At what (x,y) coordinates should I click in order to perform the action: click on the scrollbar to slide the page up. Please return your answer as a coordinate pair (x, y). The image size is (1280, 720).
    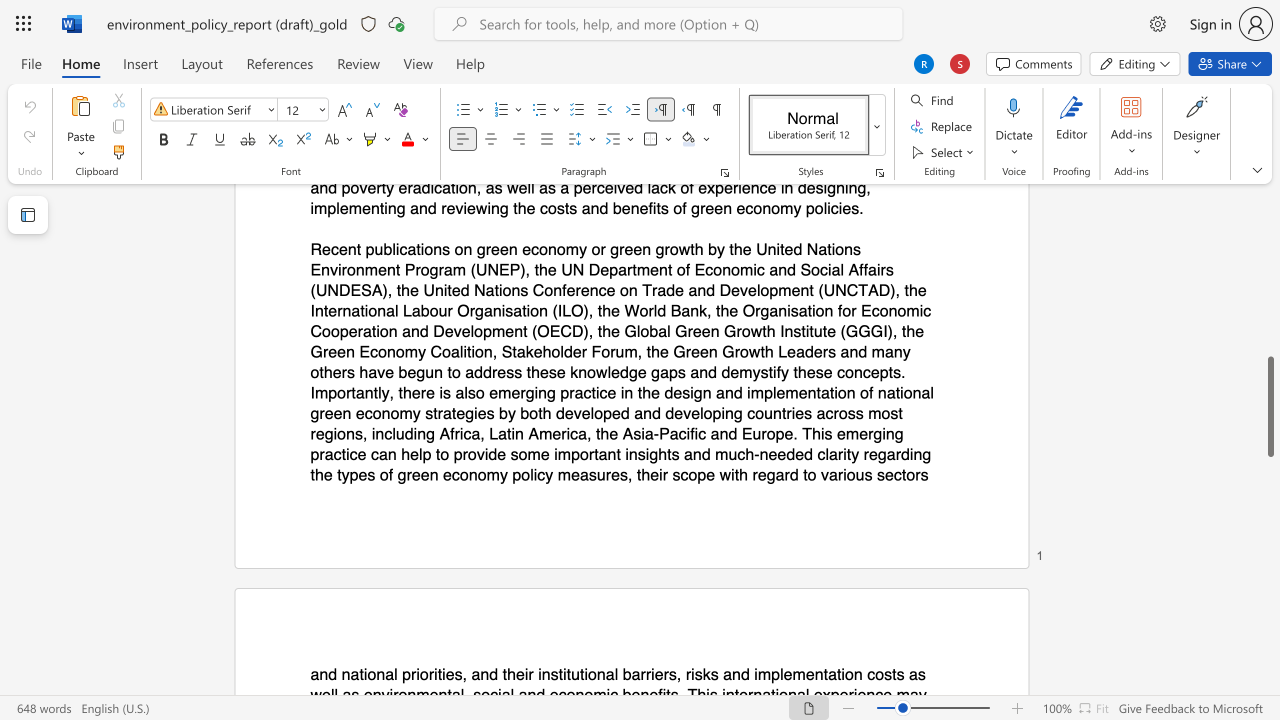
    Looking at the image, I should click on (1269, 220).